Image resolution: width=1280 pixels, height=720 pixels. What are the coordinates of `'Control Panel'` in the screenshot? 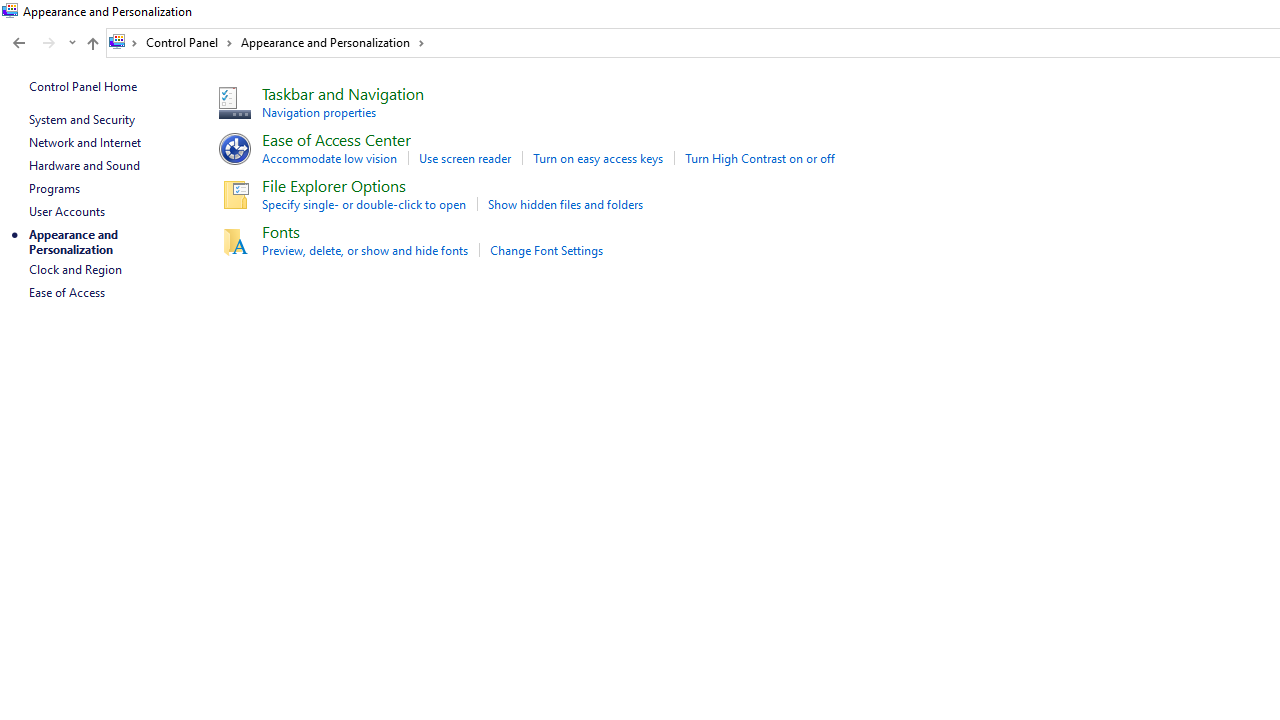 It's located at (189, 42).